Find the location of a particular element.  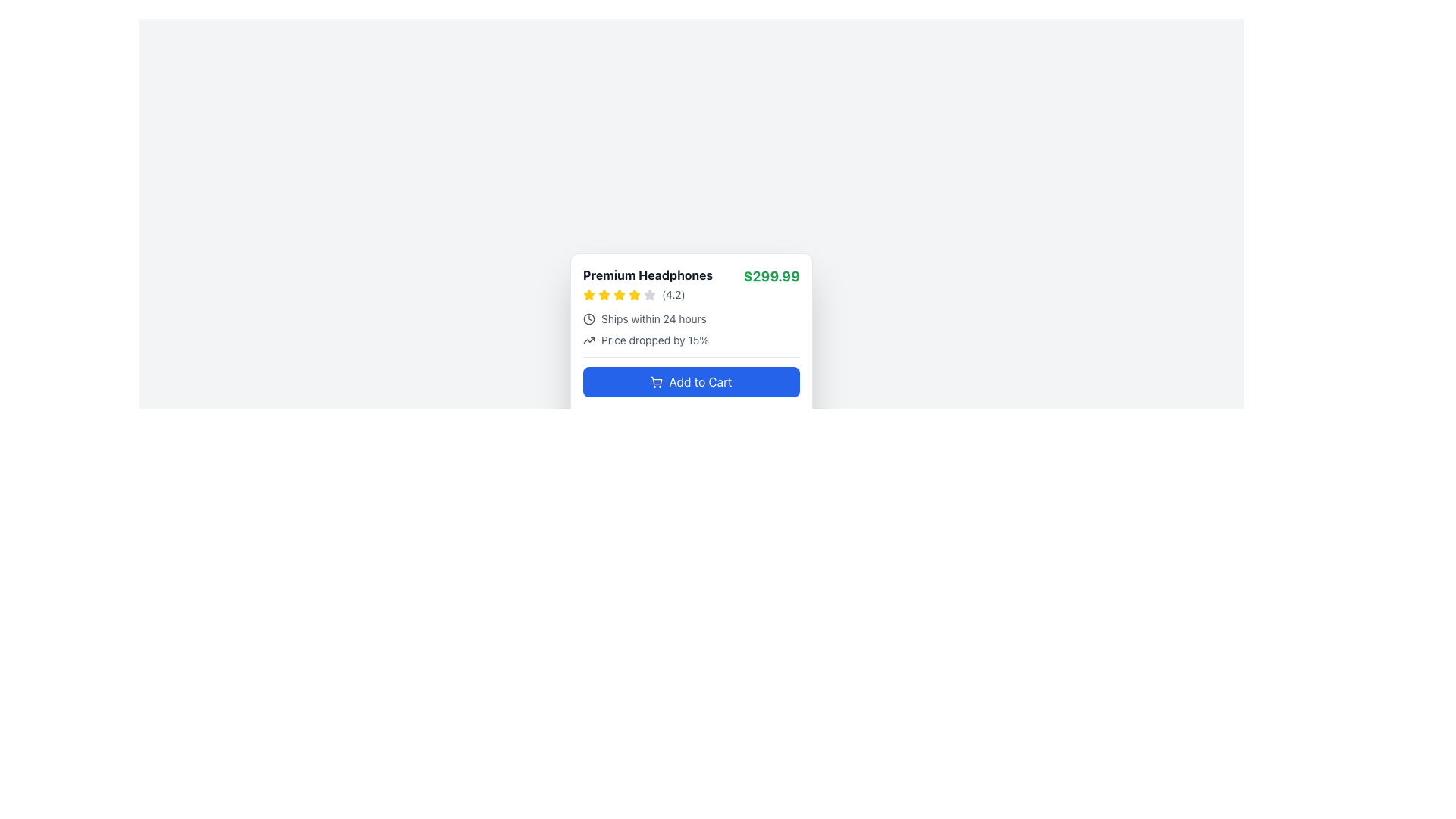

the product is located at coordinates (648, 275).